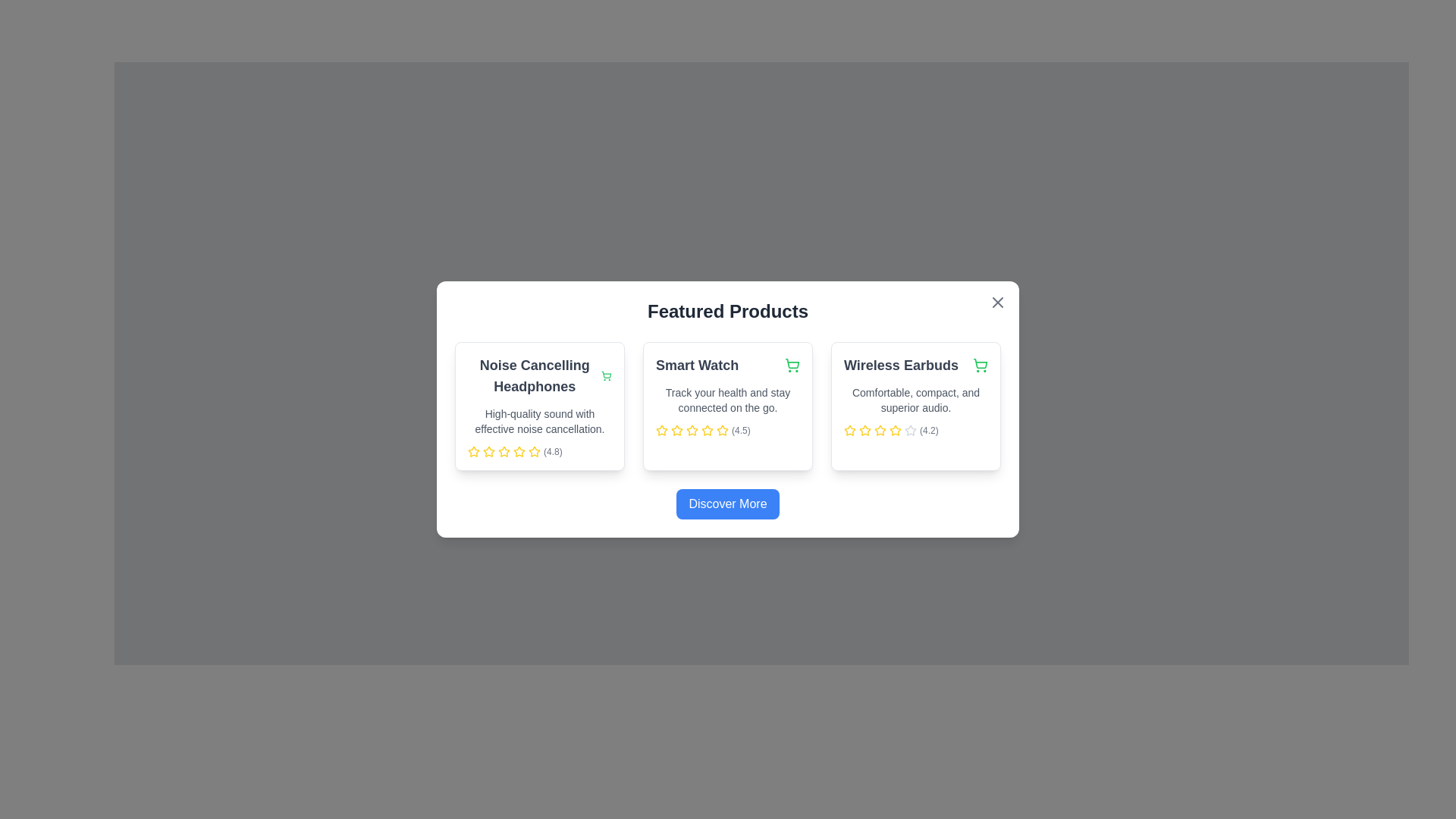  What do you see at coordinates (850, 430) in the screenshot?
I see `the first star-shaped rating icon in the 'Wireless Earbuds' panel, which is yellow-filled and outlined, located directly below its description text` at bounding box center [850, 430].